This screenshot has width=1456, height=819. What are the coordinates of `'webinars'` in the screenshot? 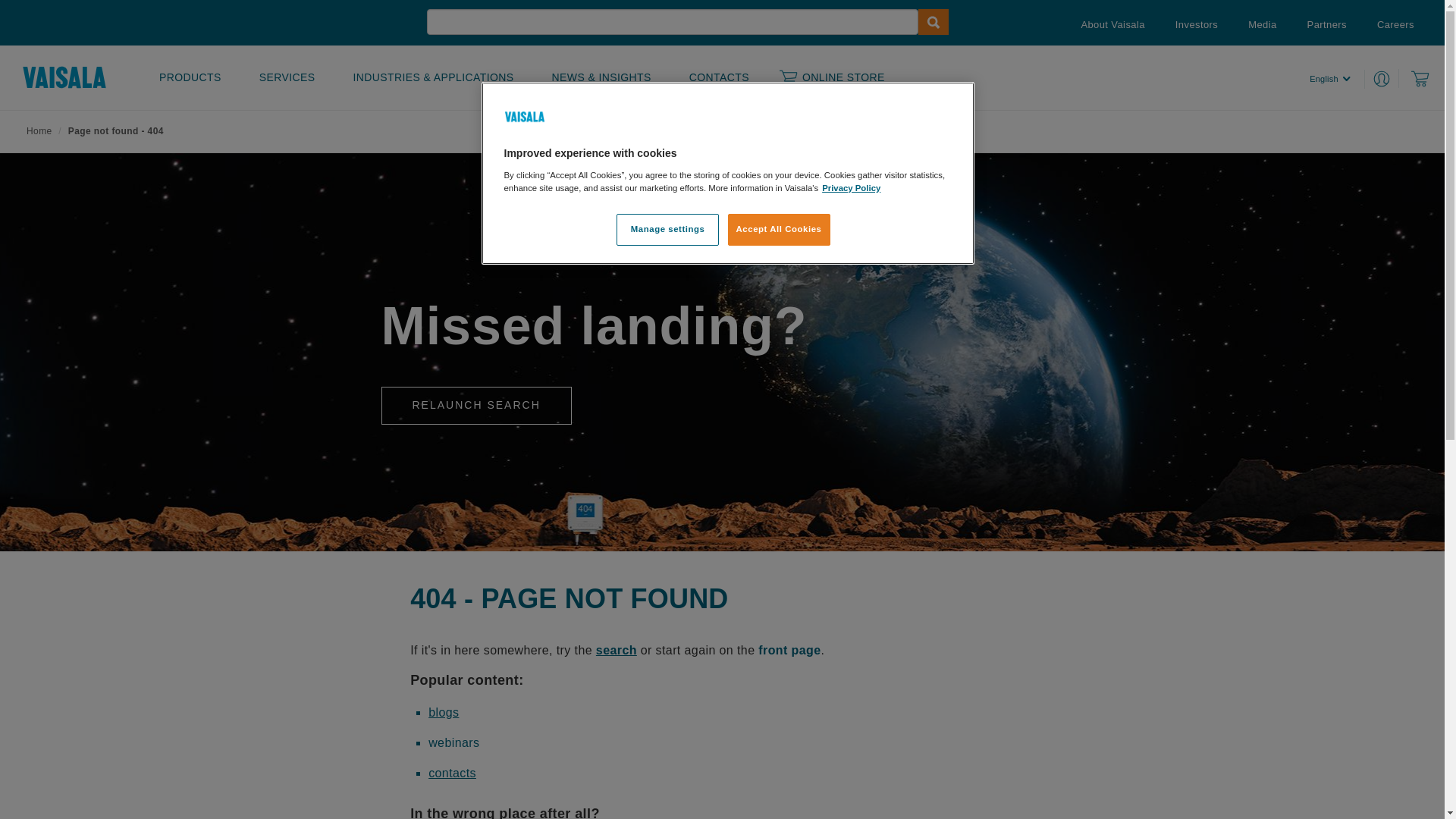 It's located at (453, 742).